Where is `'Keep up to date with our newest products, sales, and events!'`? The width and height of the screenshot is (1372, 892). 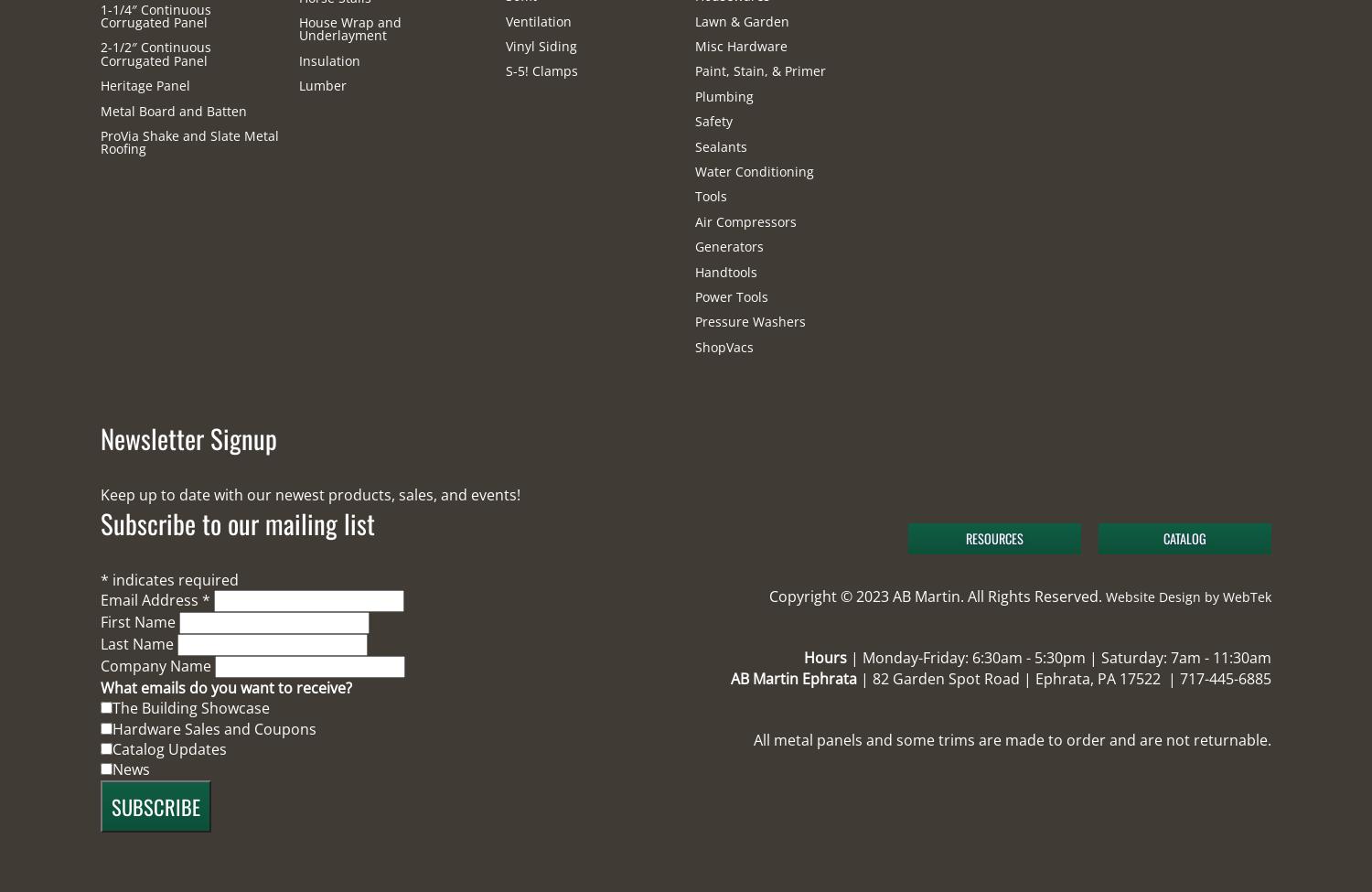 'Keep up to date with our newest products, sales, and events!' is located at coordinates (309, 492).